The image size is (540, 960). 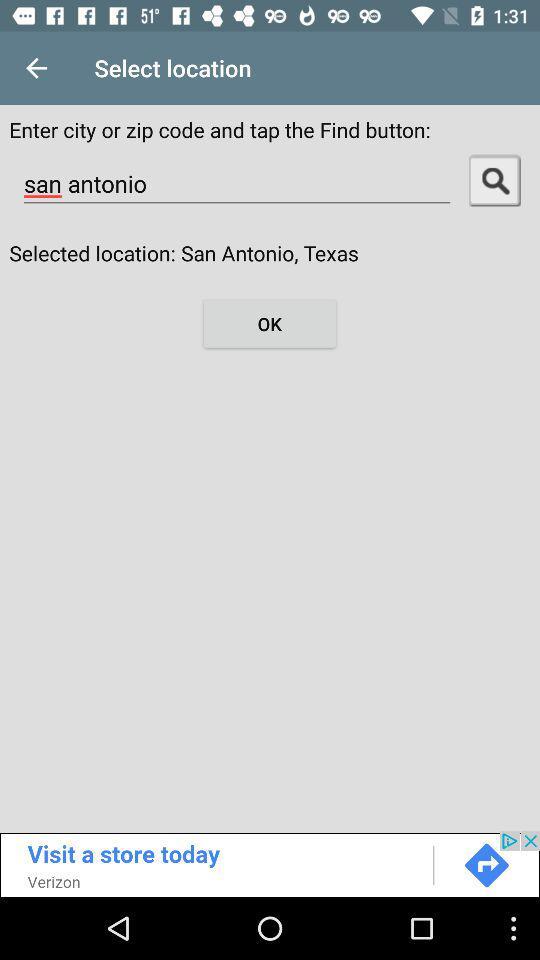 I want to click on visit the store, so click(x=270, y=863).